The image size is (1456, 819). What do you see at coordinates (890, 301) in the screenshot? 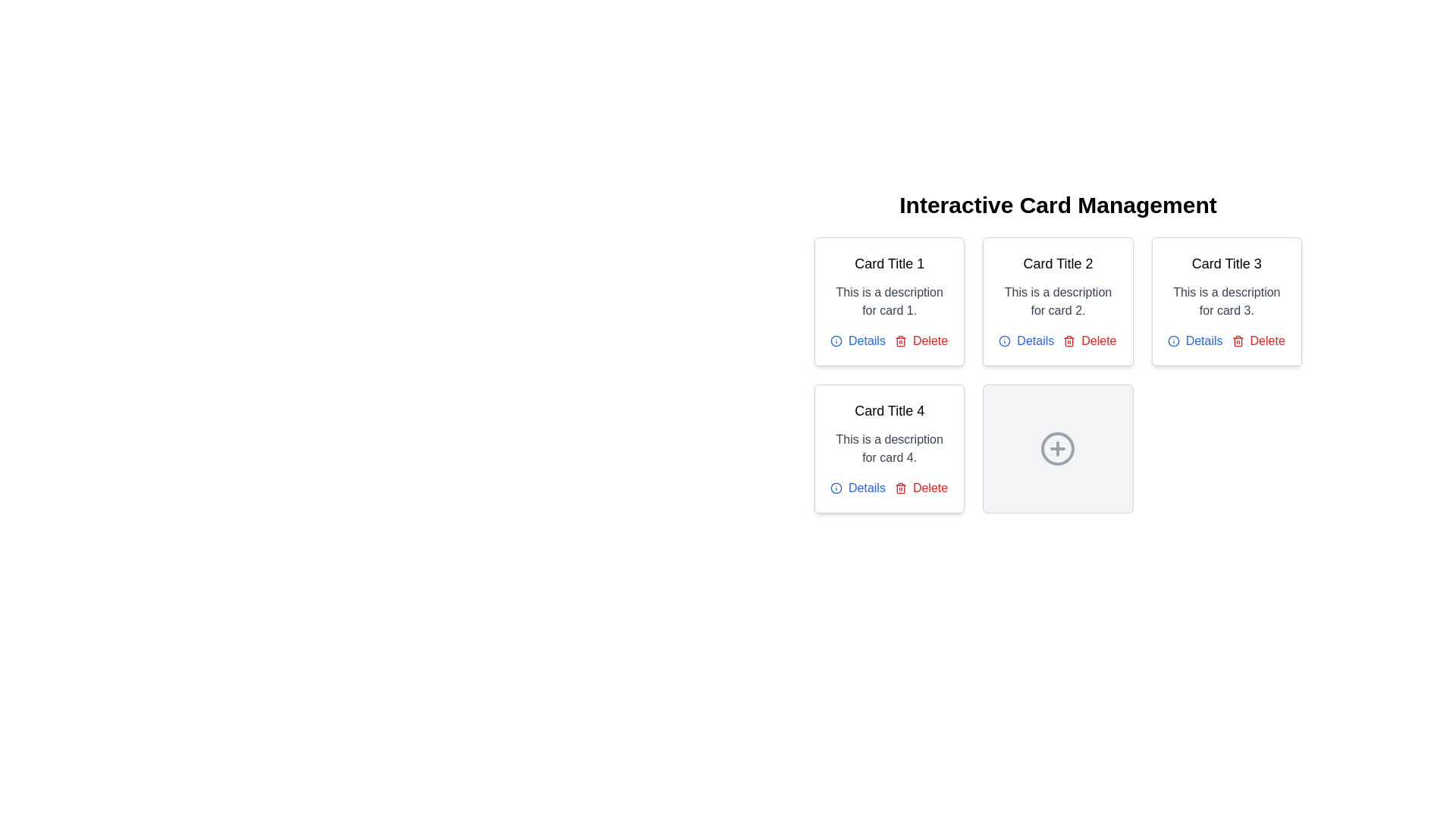
I see `the static text element that provides additional information about 'Card Title 1', located in the top left corner of the card grid` at bounding box center [890, 301].